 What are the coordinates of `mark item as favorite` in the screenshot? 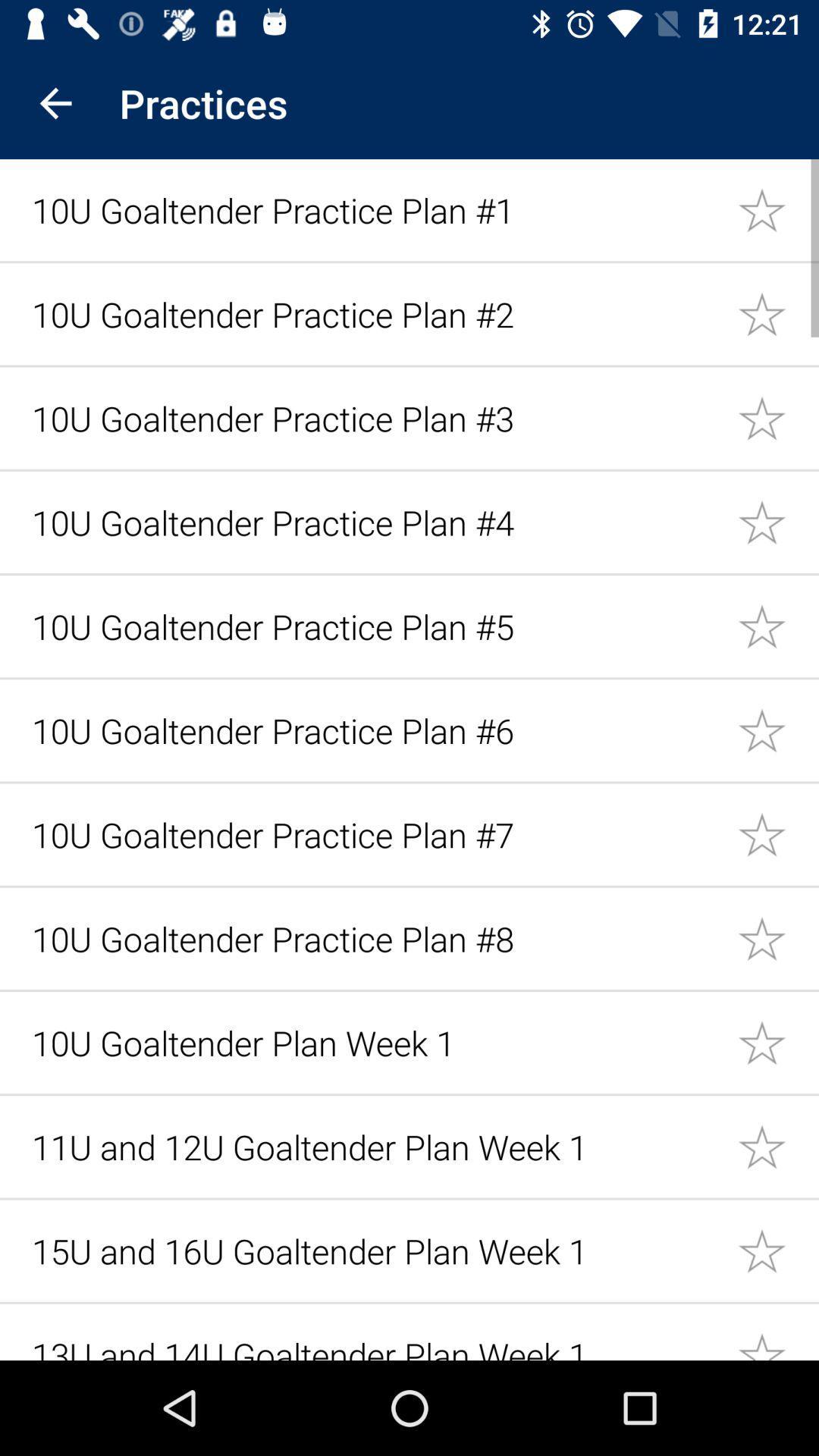 It's located at (778, 833).